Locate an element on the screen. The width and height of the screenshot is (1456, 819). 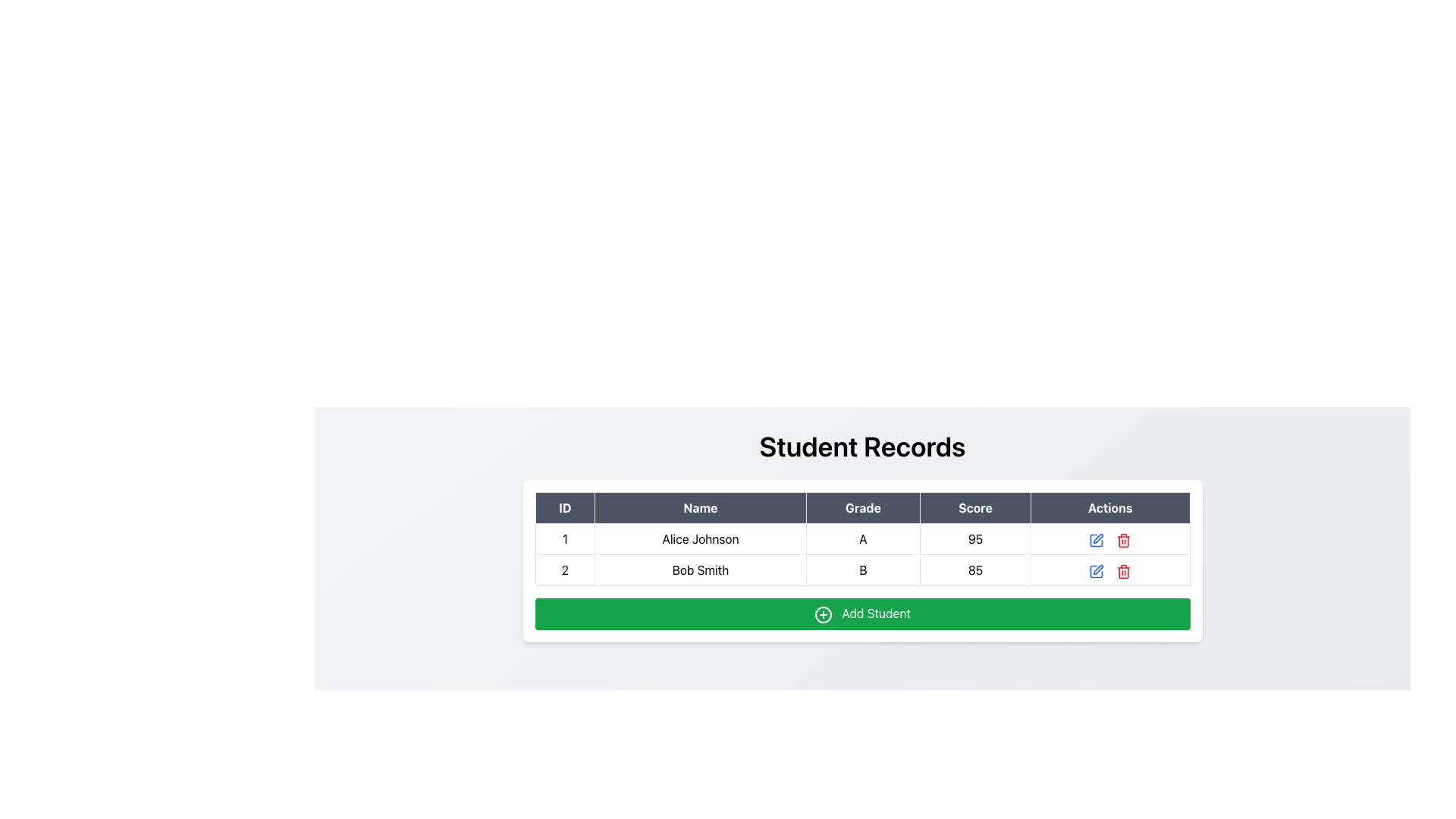
the red trash can icon button in the 'Actions' column of the tabular grid is located at coordinates (1124, 570).